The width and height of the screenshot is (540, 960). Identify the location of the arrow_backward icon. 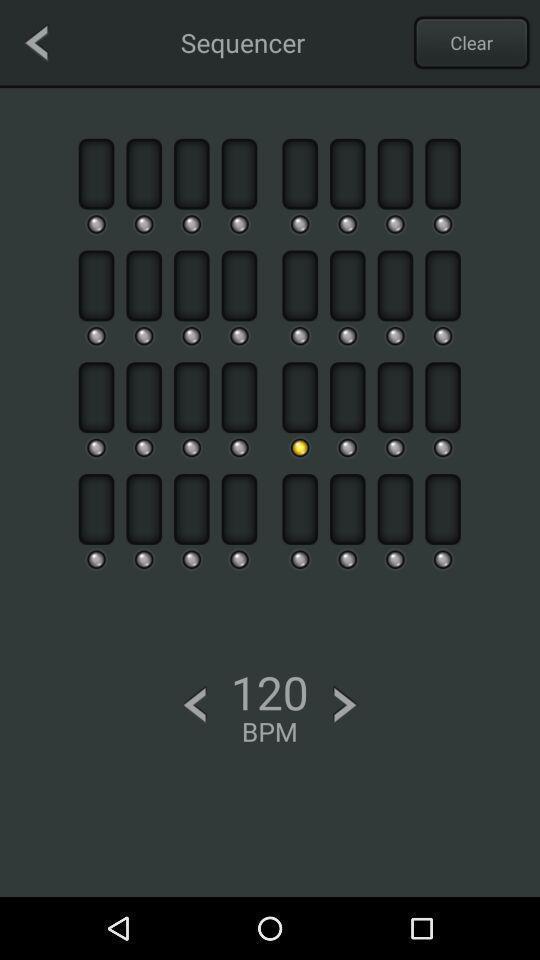
(36, 41).